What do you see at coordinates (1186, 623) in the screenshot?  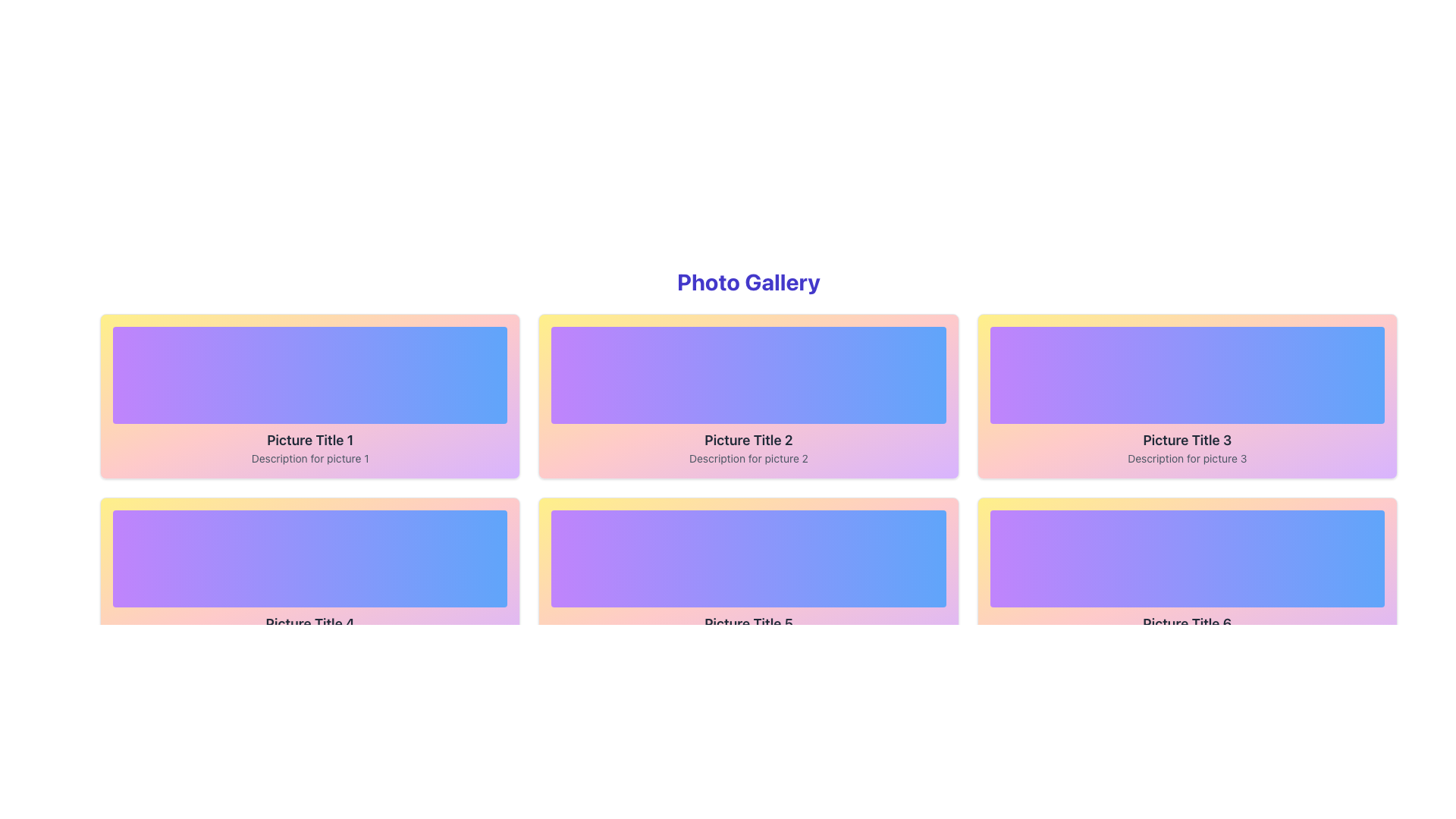 I see `the text label located in the bottom-right card of a 2-row, 3-column grid layout, which provides a descriptive name for the image above the description text` at bounding box center [1186, 623].